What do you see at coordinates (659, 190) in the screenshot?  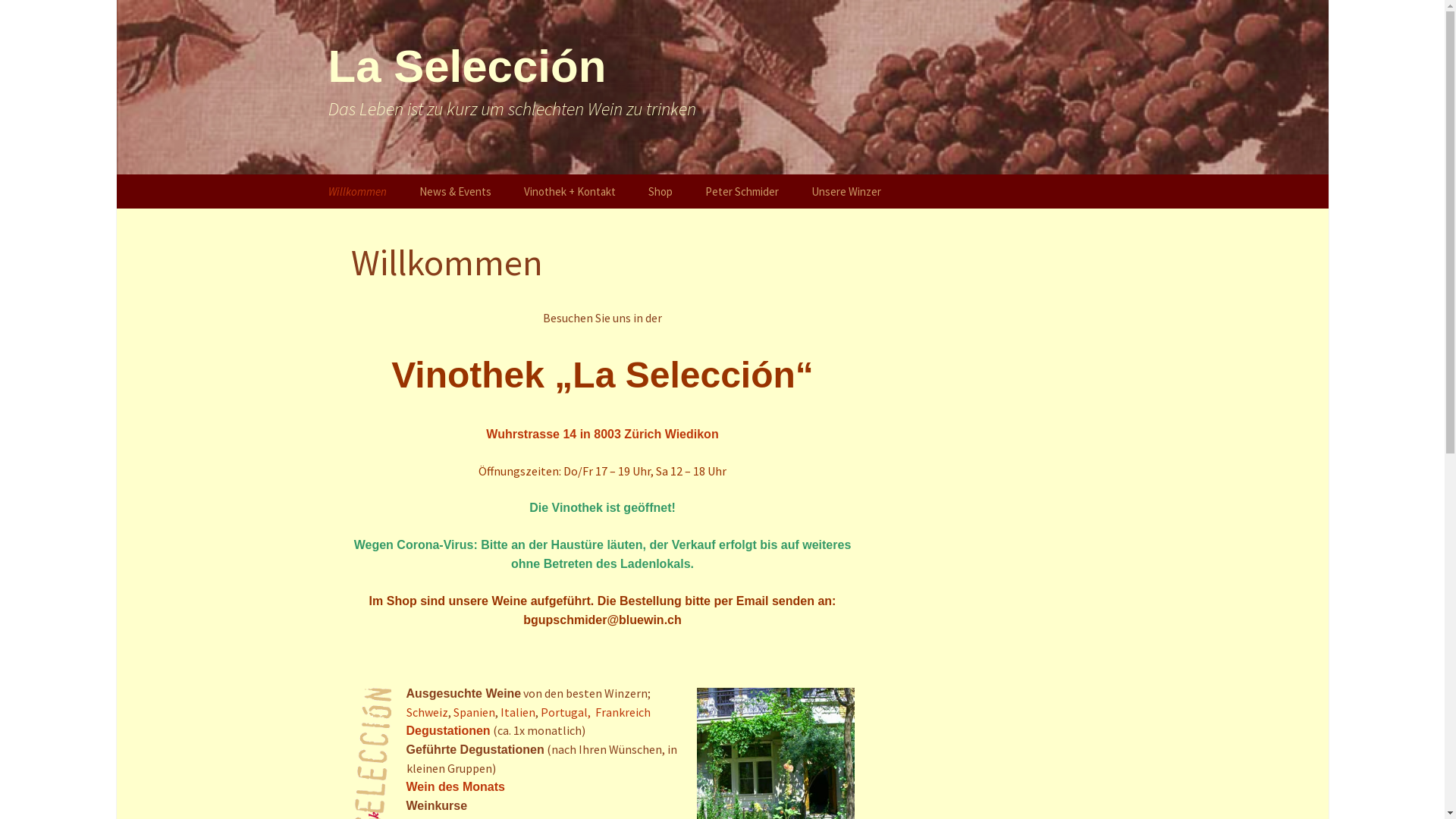 I see `'Shop'` at bounding box center [659, 190].